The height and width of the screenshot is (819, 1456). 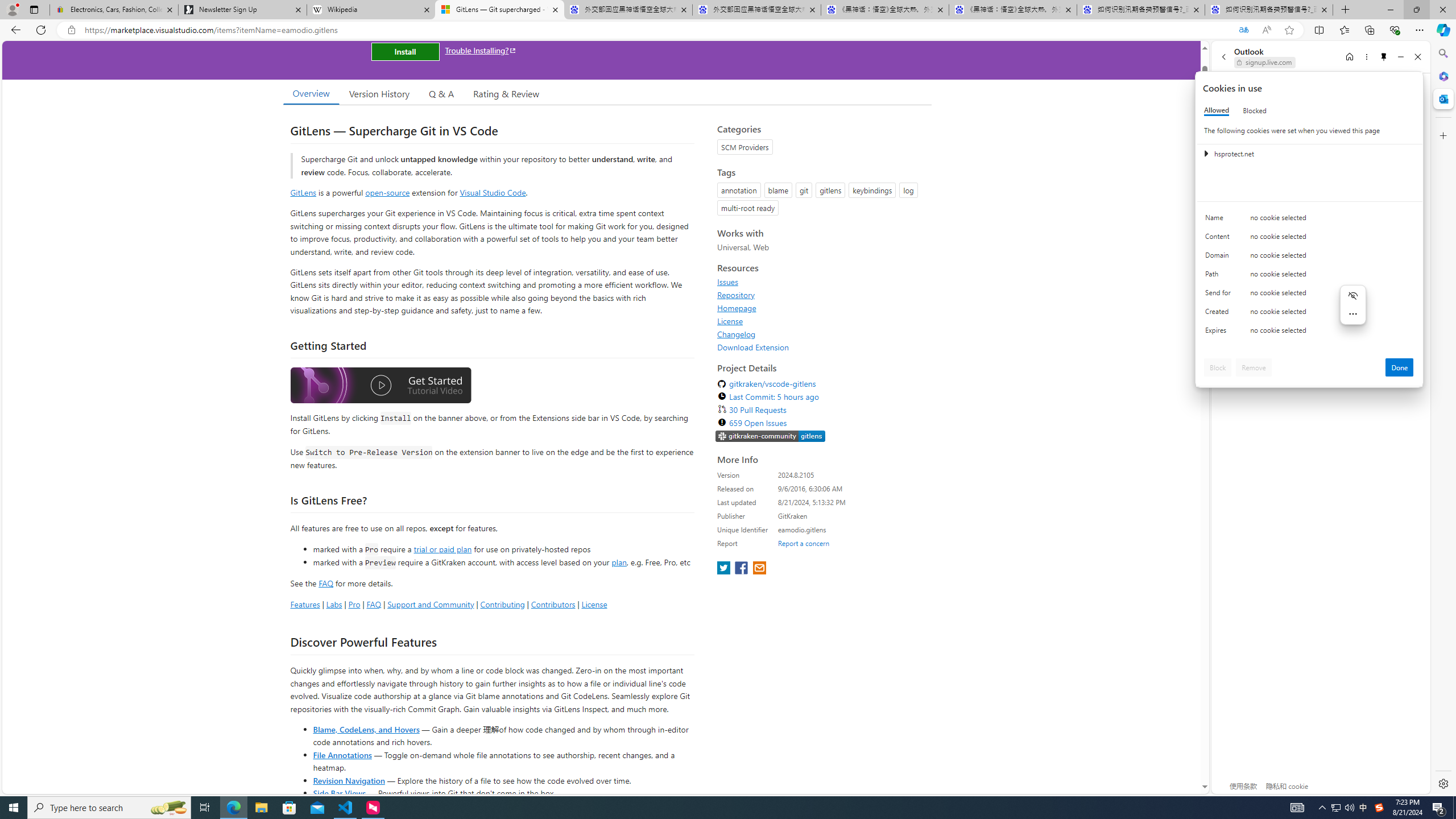 What do you see at coordinates (1254, 367) in the screenshot?
I see `'Remove'` at bounding box center [1254, 367].